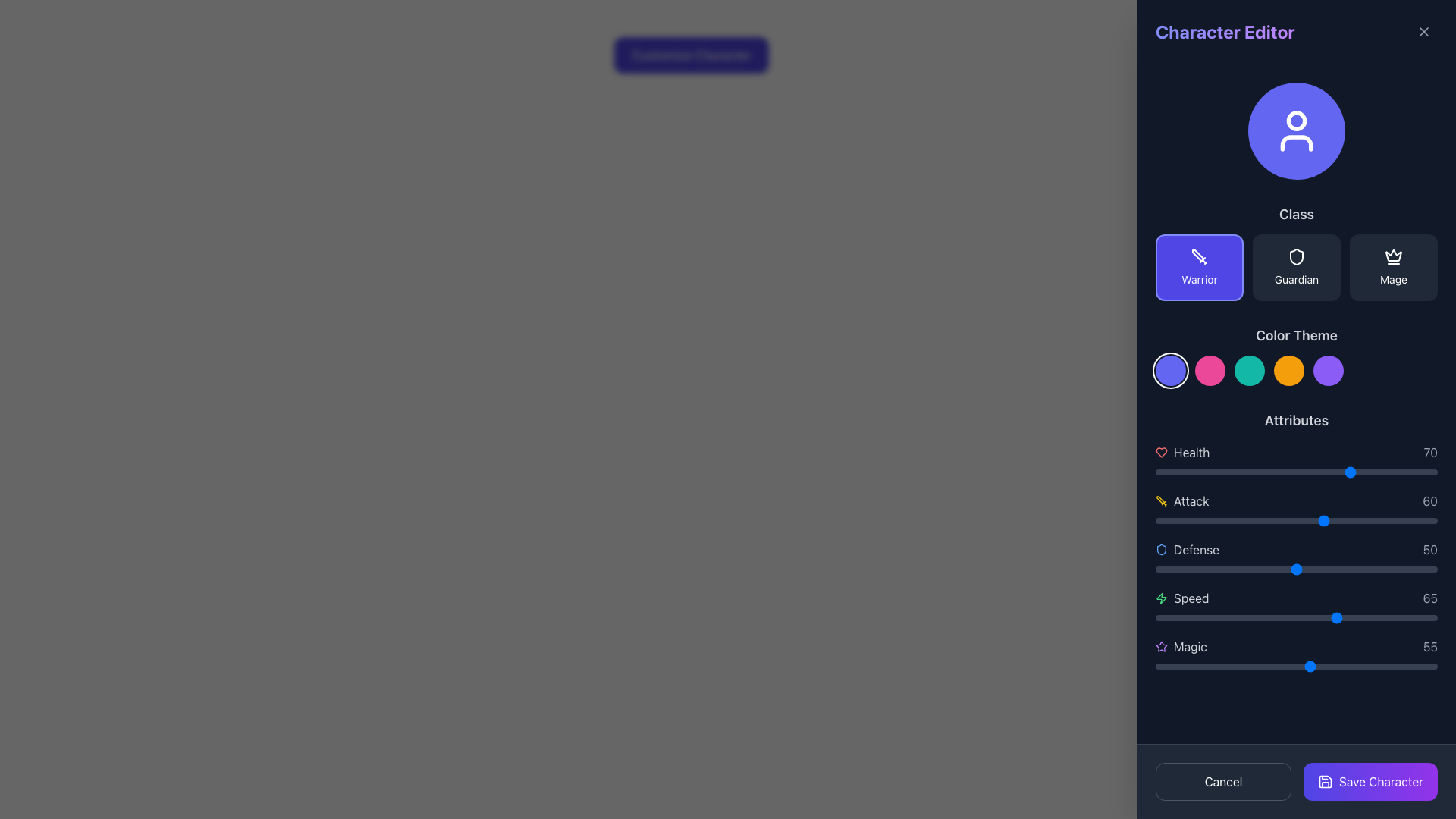 This screenshot has width=1456, height=819. Describe the element at coordinates (1423, 32) in the screenshot. I see `the close button represented by an 'X' icon in the top-right corner of the 'Character Editor' panel` at that location.